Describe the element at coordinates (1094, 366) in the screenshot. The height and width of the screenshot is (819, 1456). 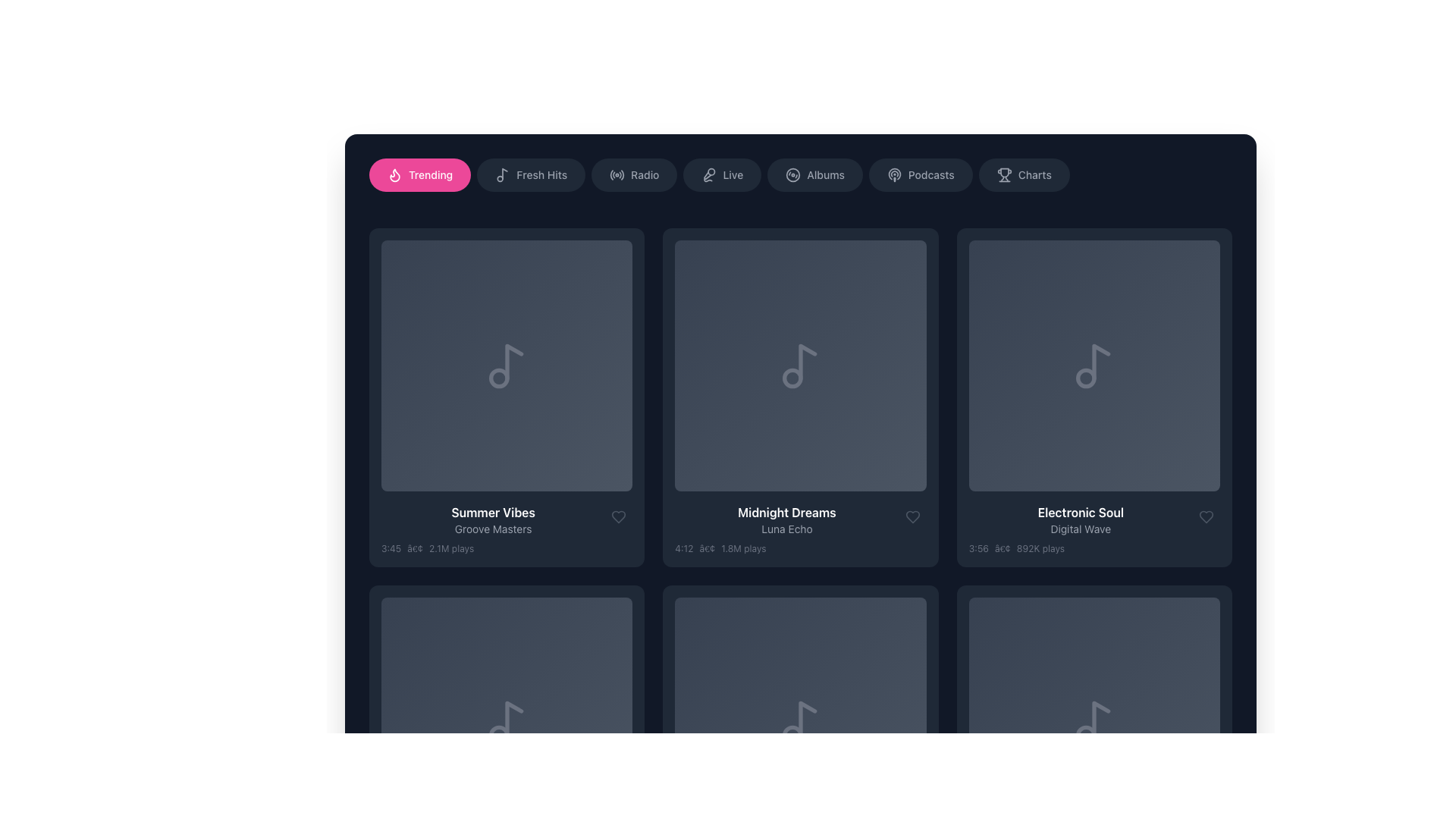
I see `the decorative icon representing the 'Electronic Soul' music playlist, located in the upper-right section of the interface, centered within its card tile` at that location.